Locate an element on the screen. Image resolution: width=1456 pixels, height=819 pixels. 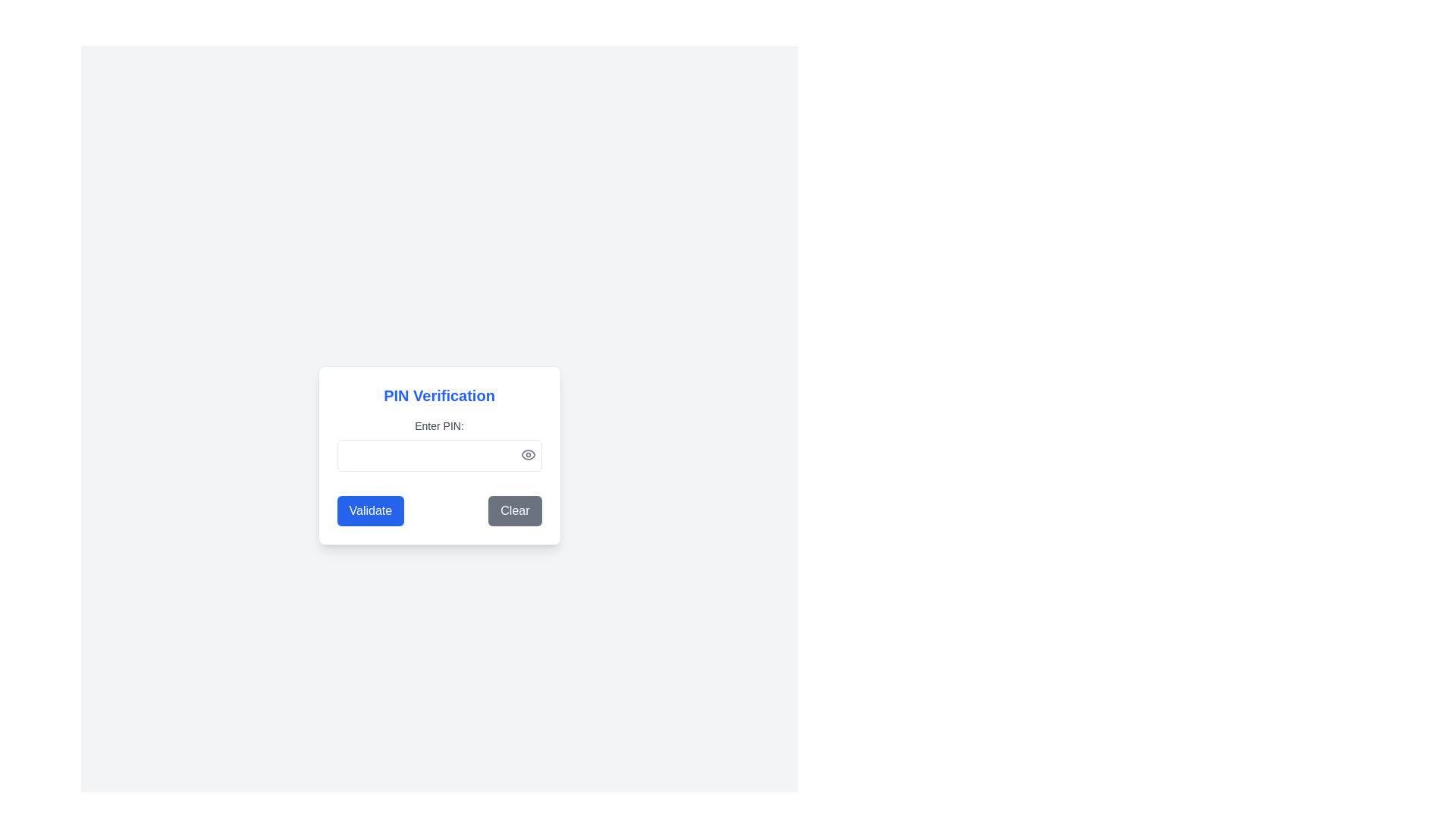
the PIN input field located in the PIN Verification modal, which is positioned below the title 'PIN Verification' and above the 'Validate' and 'Clear' buttons is located at coordinates (438, 444).